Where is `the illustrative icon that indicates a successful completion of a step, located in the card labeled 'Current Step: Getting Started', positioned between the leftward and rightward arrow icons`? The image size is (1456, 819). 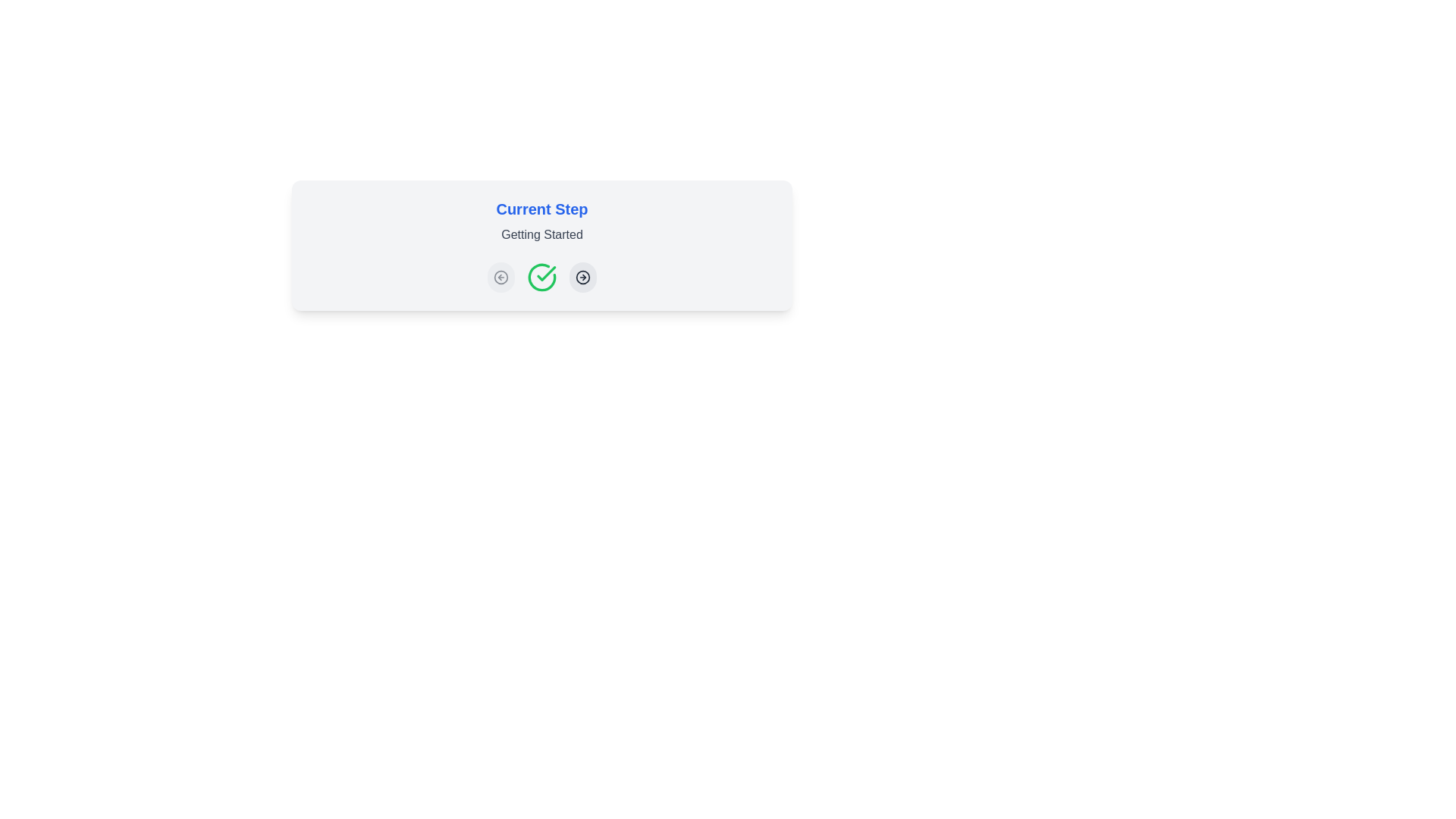 the illustrative icon that indicates a successful completion of a step, located in the card labeled 'Current Step: Getting Started', positioned between the leftward and rightward arrow icons is located at coordinates (542, 278).